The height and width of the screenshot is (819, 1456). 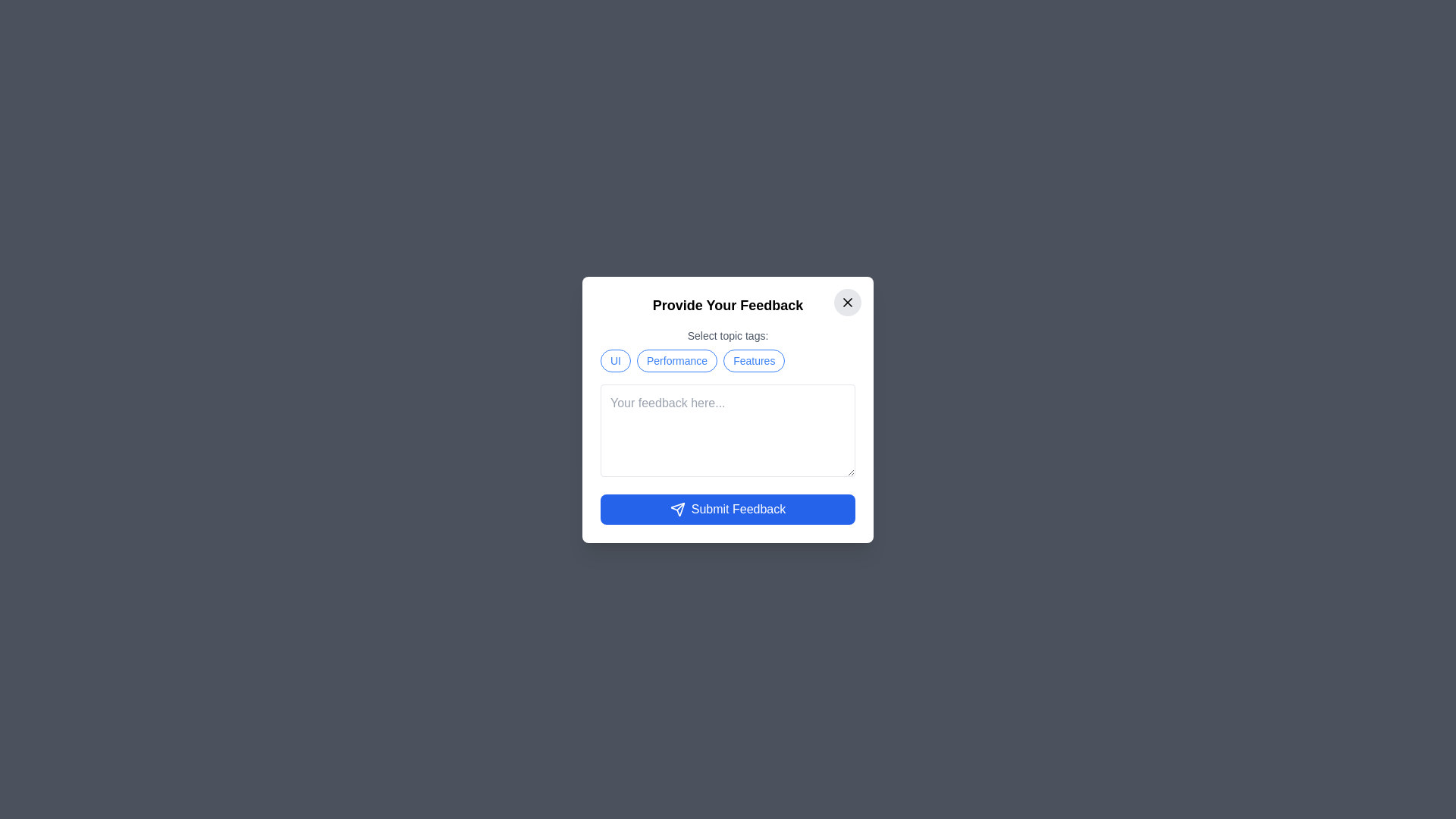 I want to click on the close button to close the dialog, so click(x=847, y=301).